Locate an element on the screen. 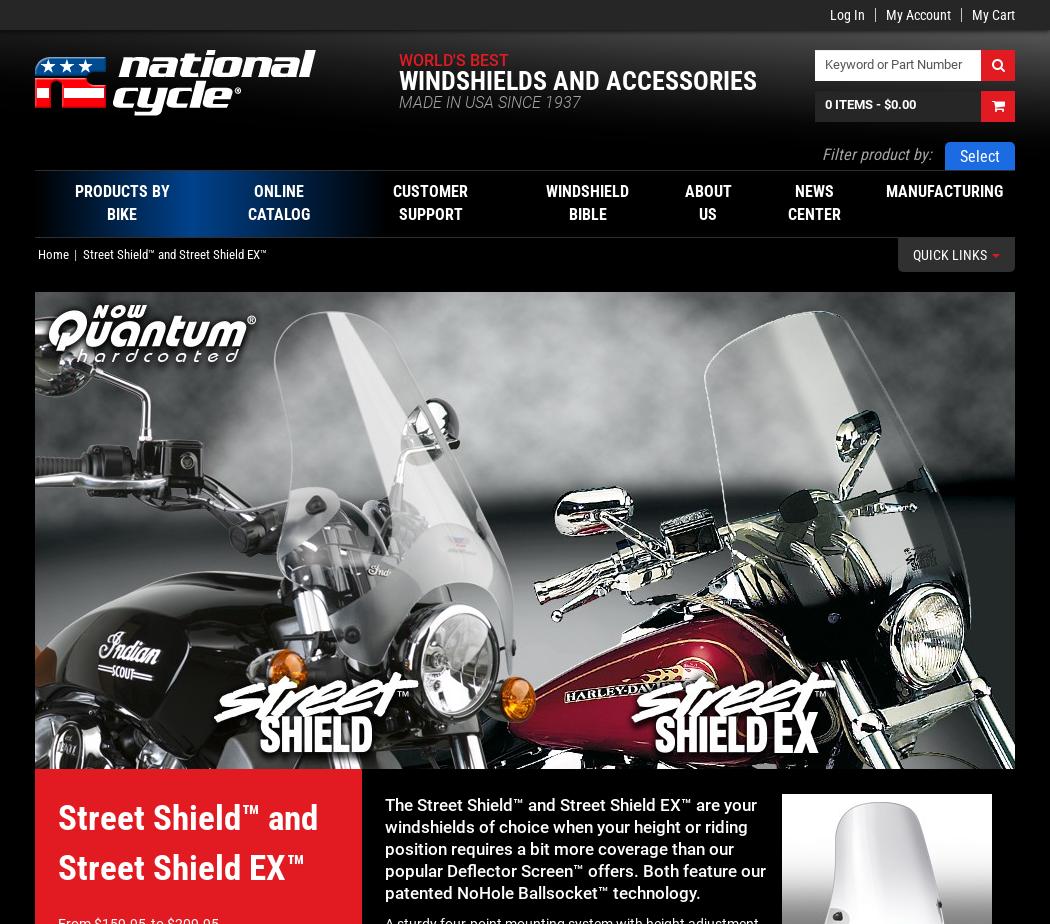  'Filter product by:' is located at coordinates (821, 154).